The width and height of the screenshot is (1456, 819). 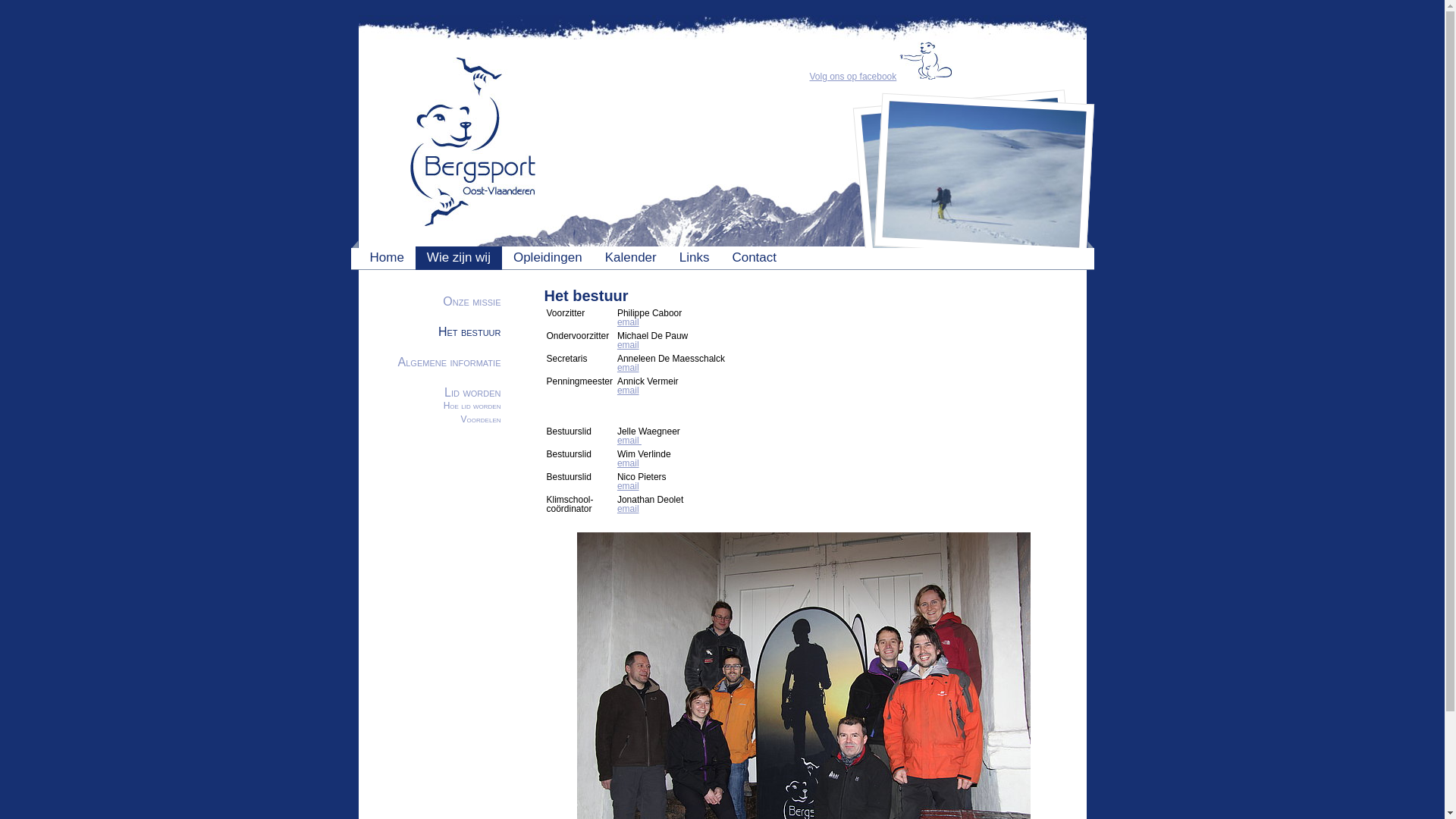 I want to click on 'Hoe lid worden', so click(x=443, y=405).